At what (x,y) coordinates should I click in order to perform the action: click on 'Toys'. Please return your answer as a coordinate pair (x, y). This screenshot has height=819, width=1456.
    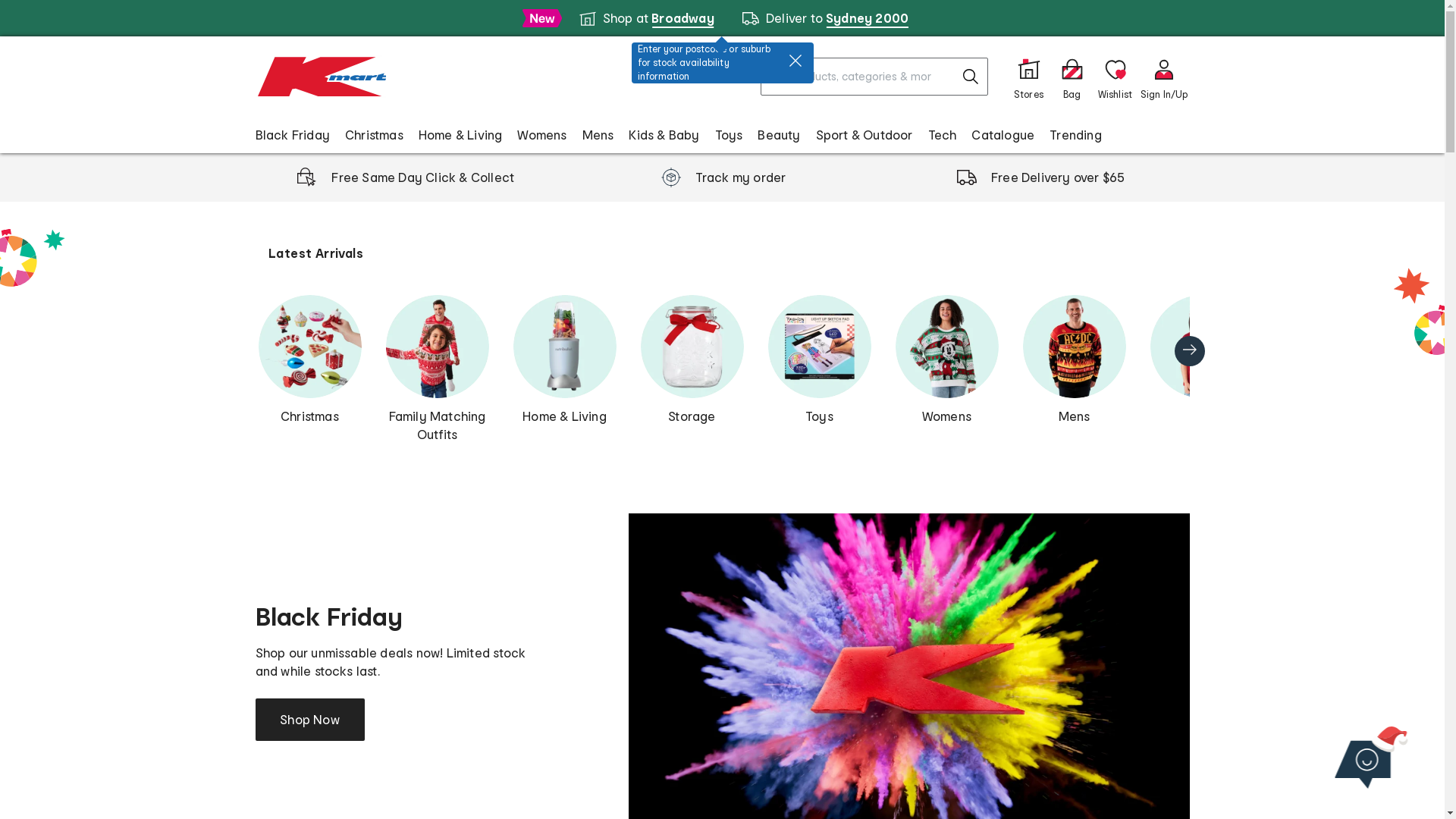
    Looking at the image, I should click on (764, 359).